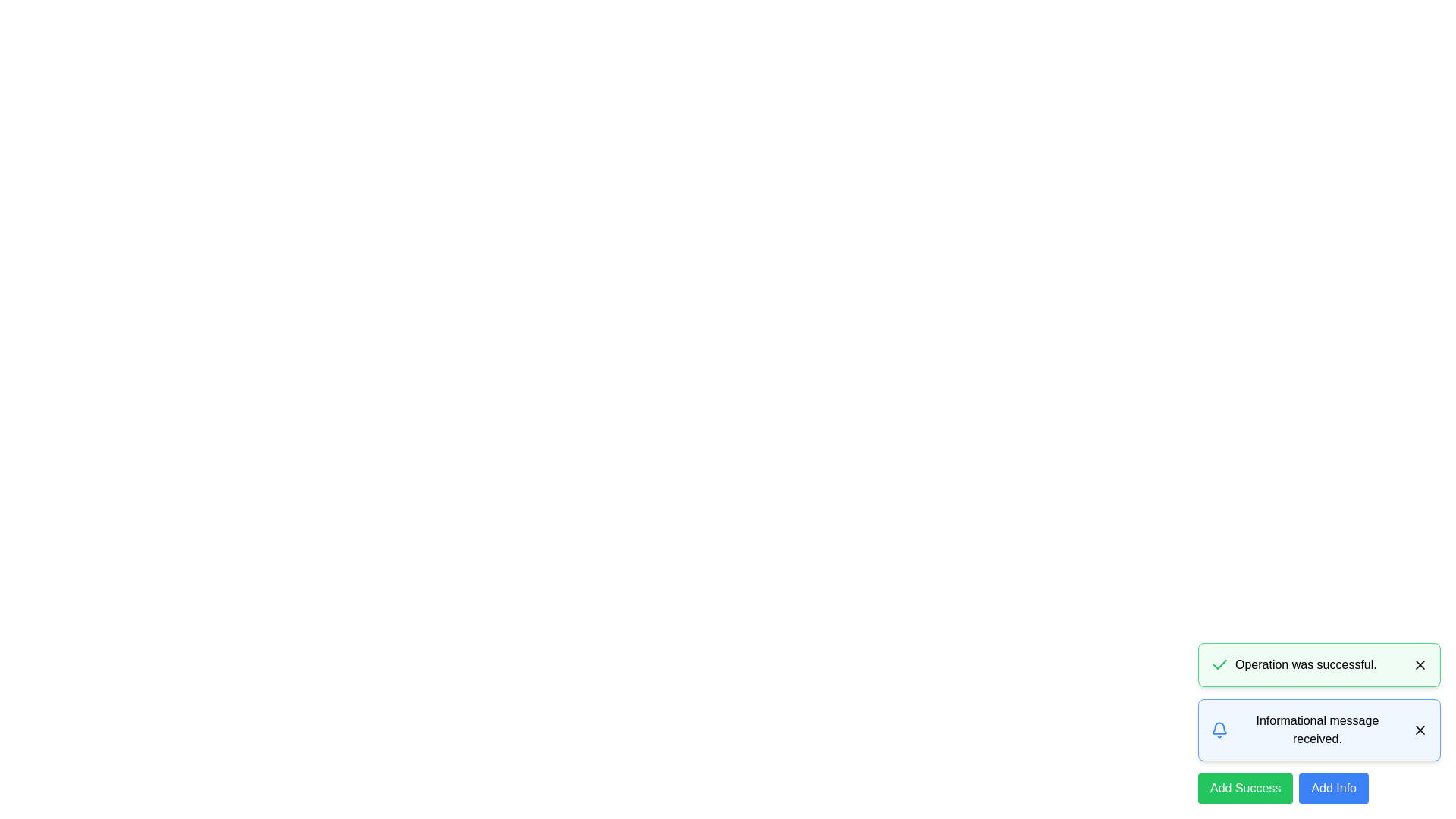  What do you see at coordinates (1219, 730) in the screenshot?
I see `the blue bell icon representing notifications, which is located within the light blue notification area next to the text 'Informational message received.'` at bounding box center [1219, 730].